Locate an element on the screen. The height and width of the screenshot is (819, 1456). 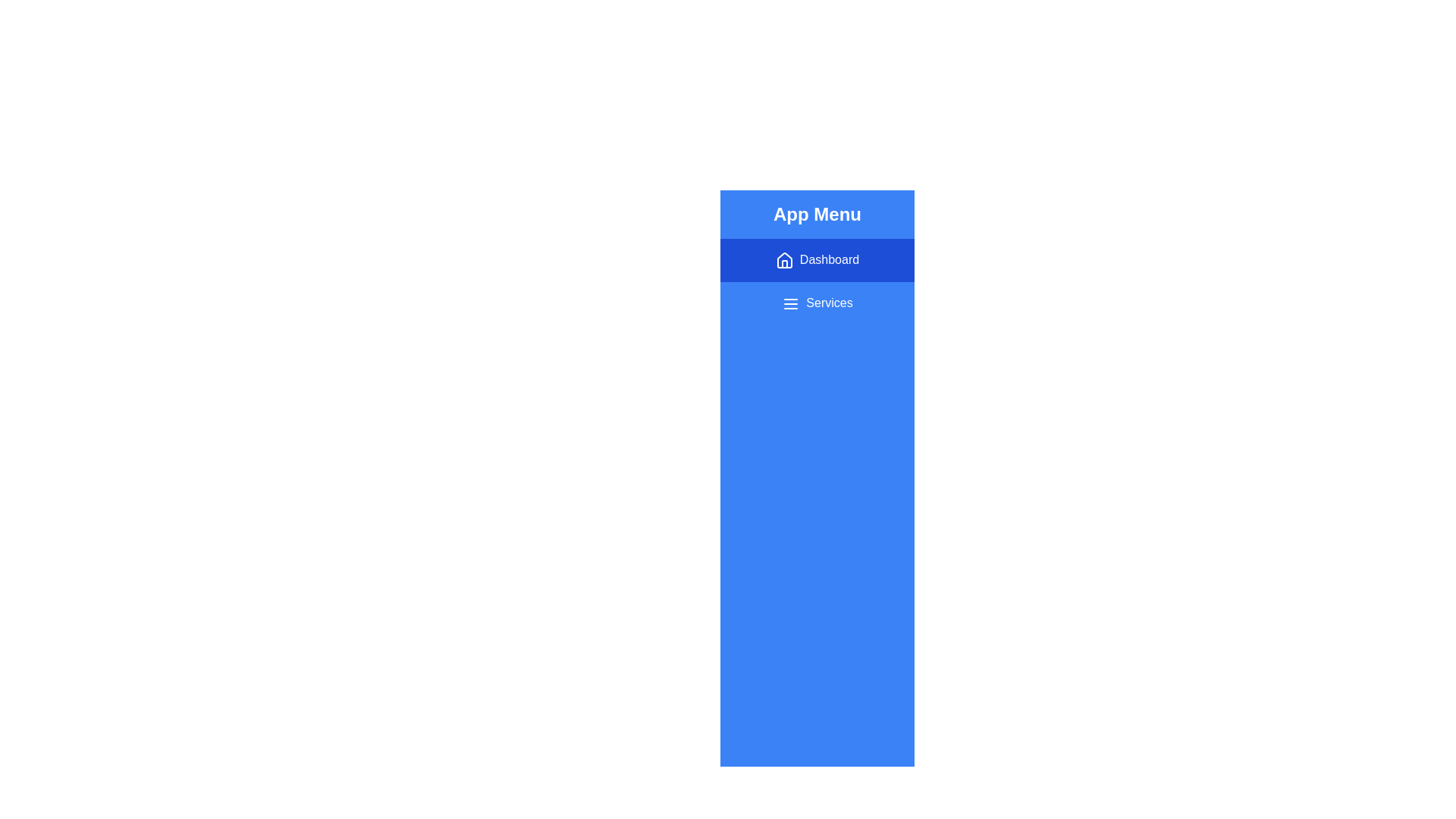
the visual indicator icon associated with the 'Services' menu option is located at coordinates (790, 303).